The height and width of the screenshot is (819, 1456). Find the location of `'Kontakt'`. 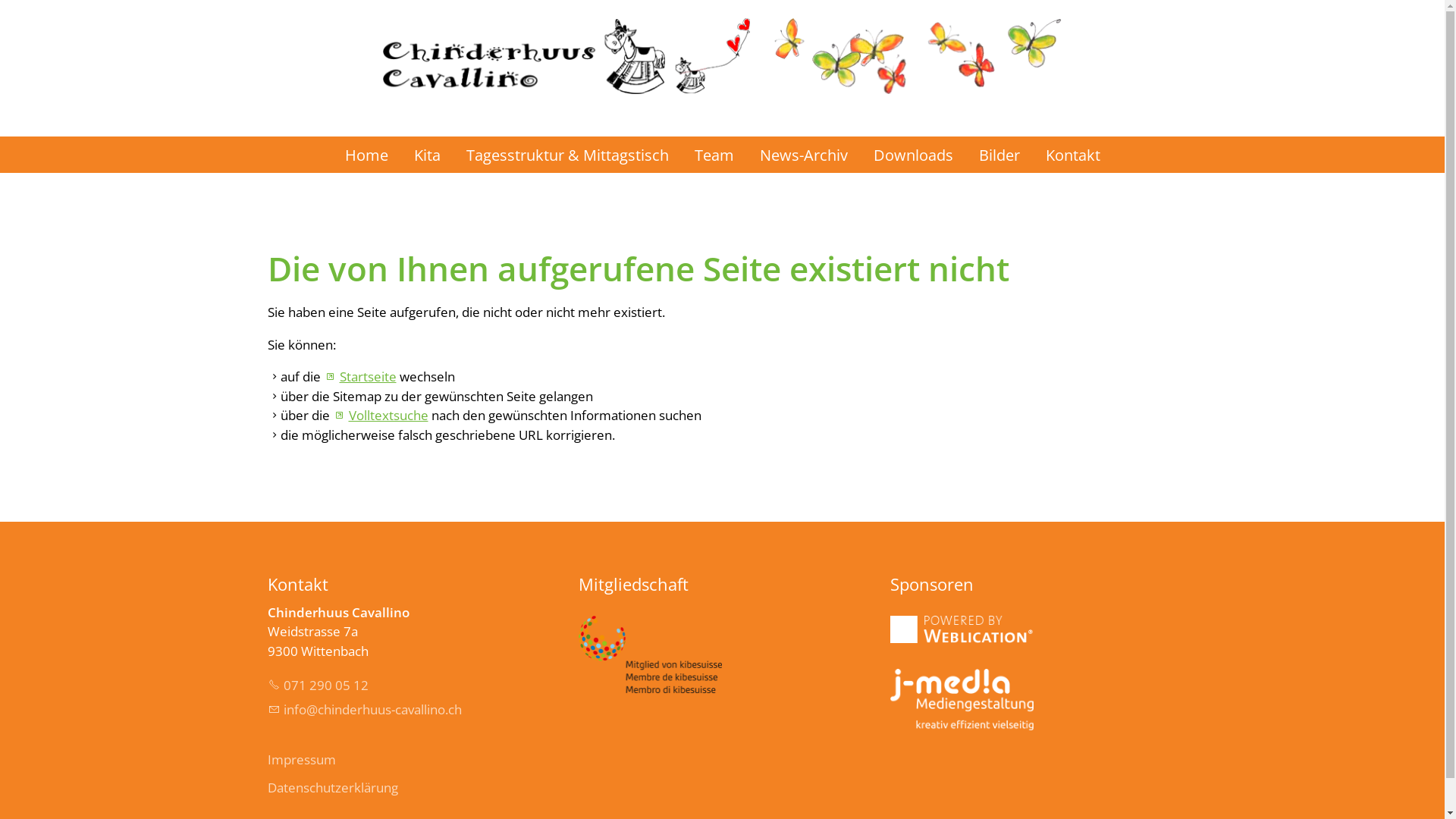

'Kontakt' is located at coordinates (1072, 155).